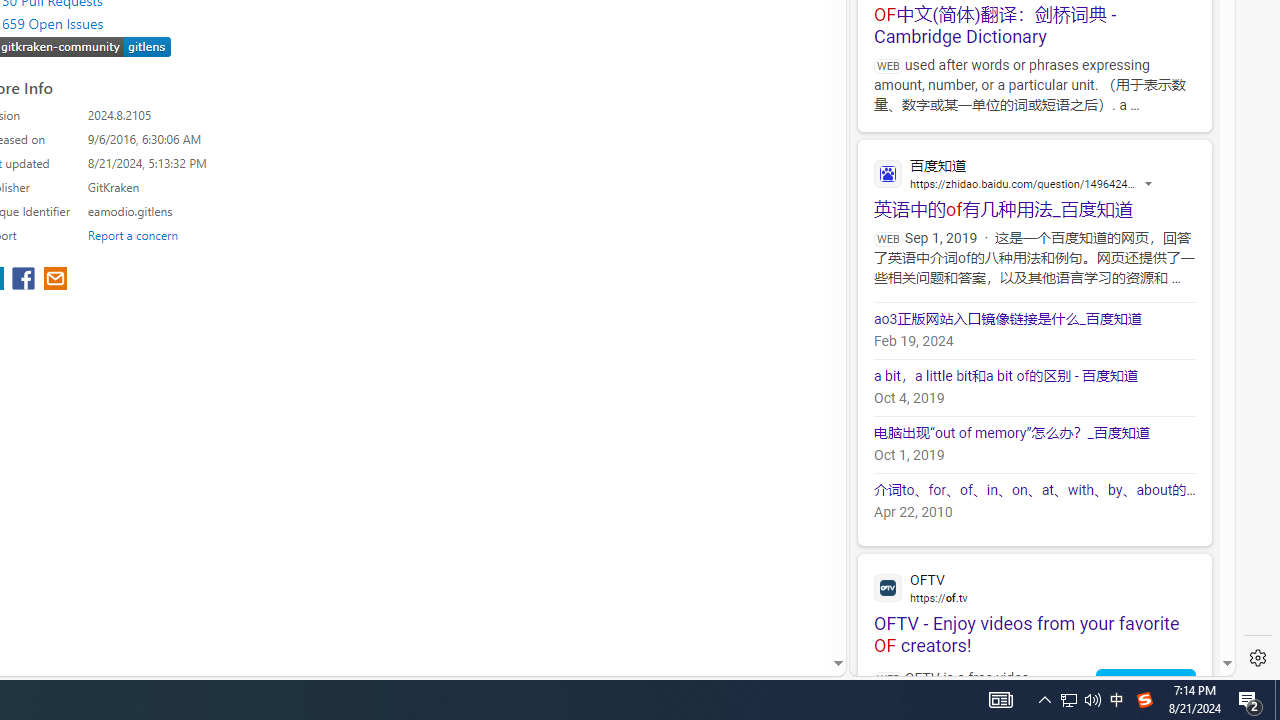  What do you see at coordinates (55, 280) in the screenshot?
I see `'share extension on email'` at bounding box center [55, 280].